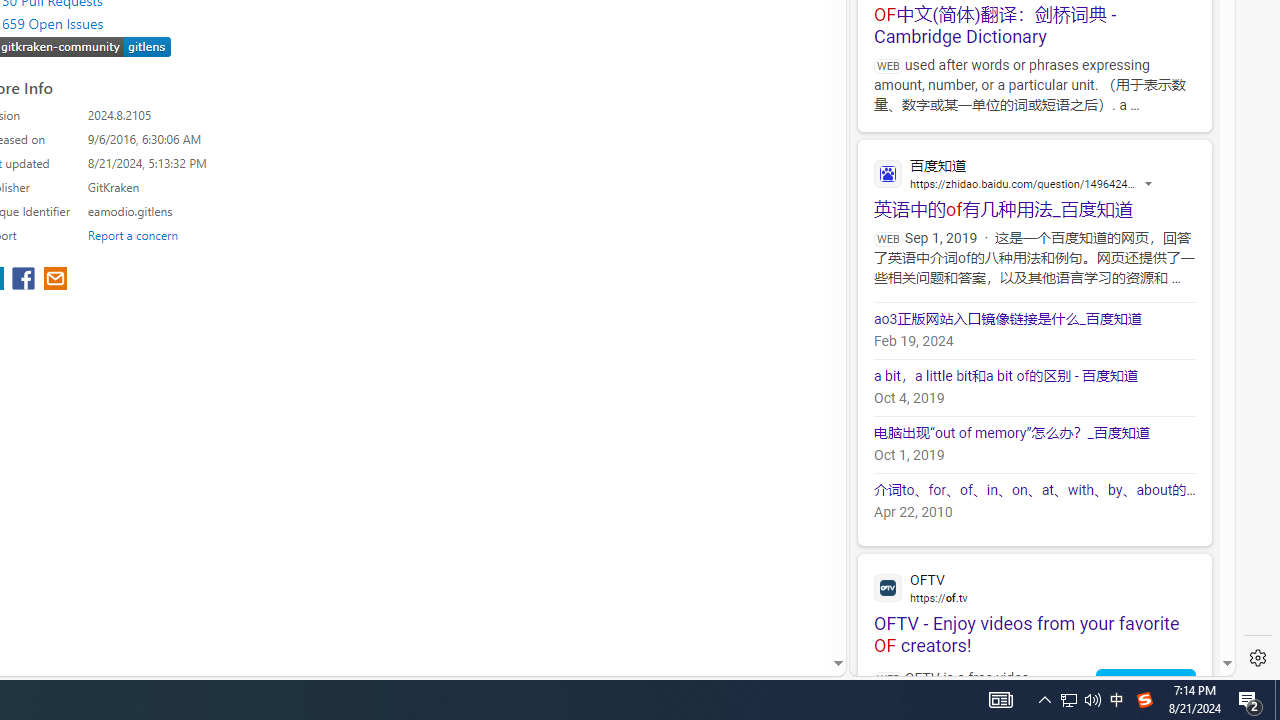  What do you see at coordinates (55, 280) in the screenshot?
I see `'share extension on email'` at bounding box center [55, 280].